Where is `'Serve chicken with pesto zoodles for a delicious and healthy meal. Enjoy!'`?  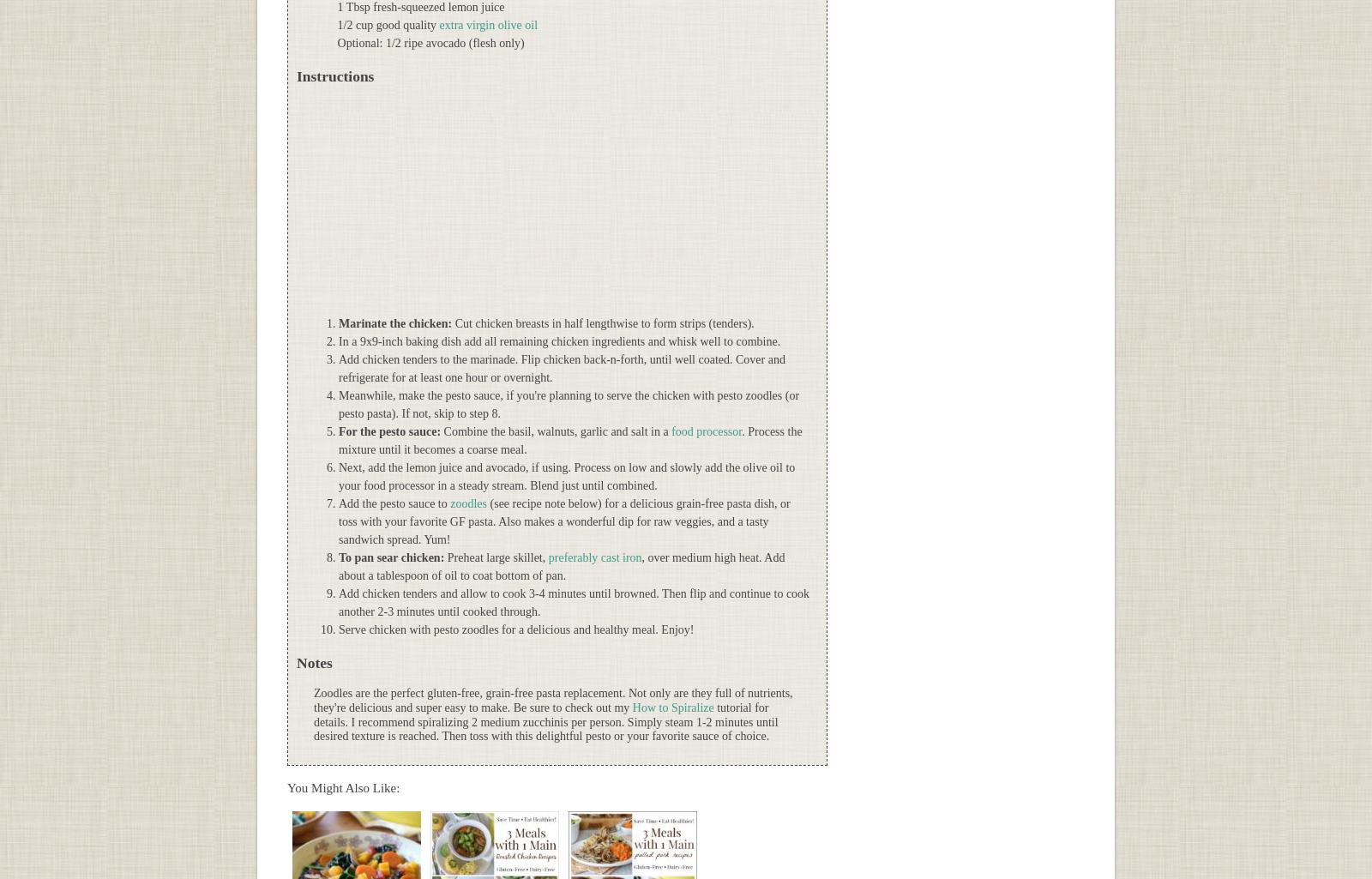 'Serve chicken with pesto zoodles for a delicious and healthy meal. Enjoy!' is located at coordinates (515, 629).